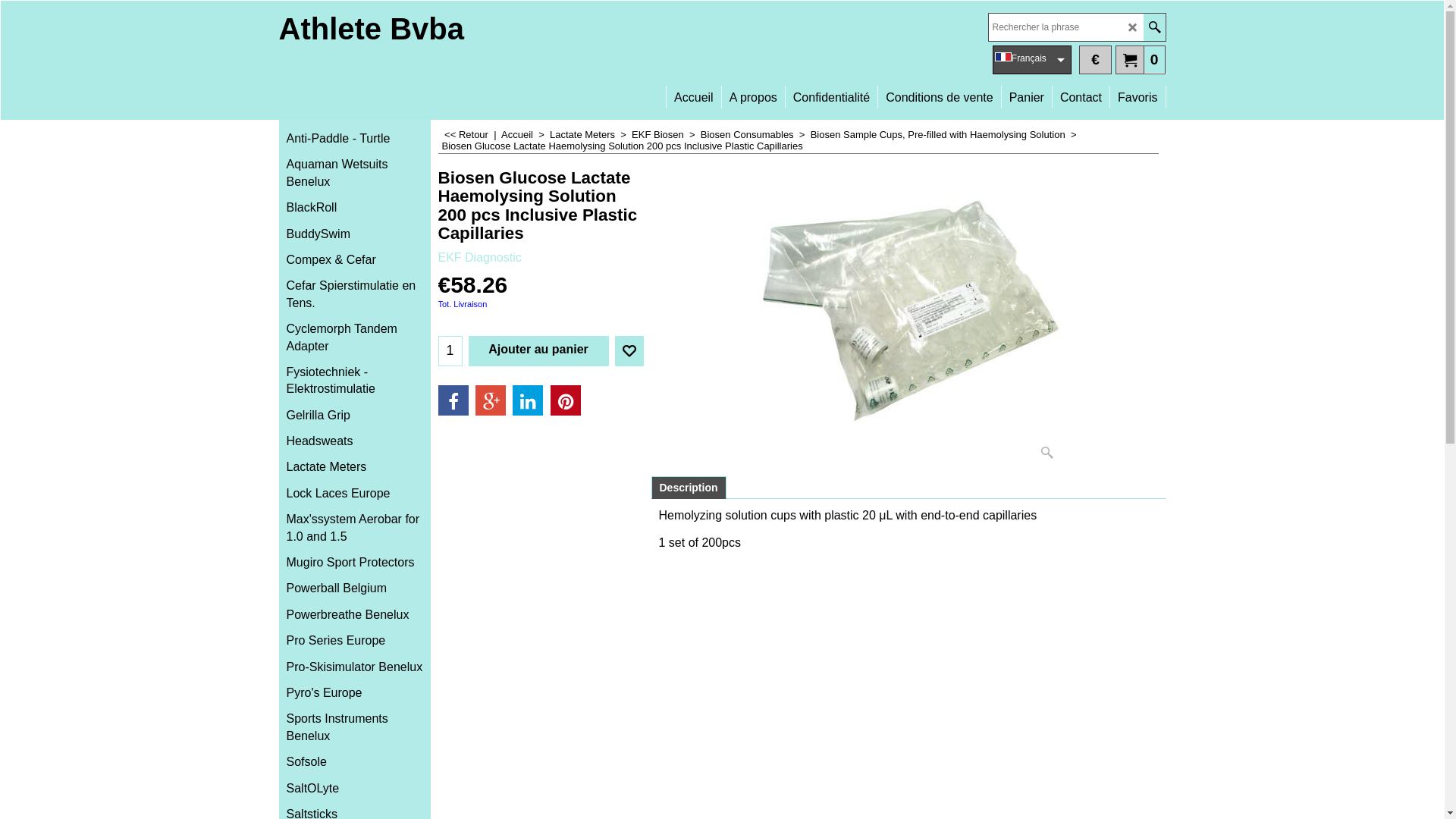 The image size is (1456, 819). Describe the element at coordinates (525, 133) in the screenshot. I see `'Accueil  > '` at that location.